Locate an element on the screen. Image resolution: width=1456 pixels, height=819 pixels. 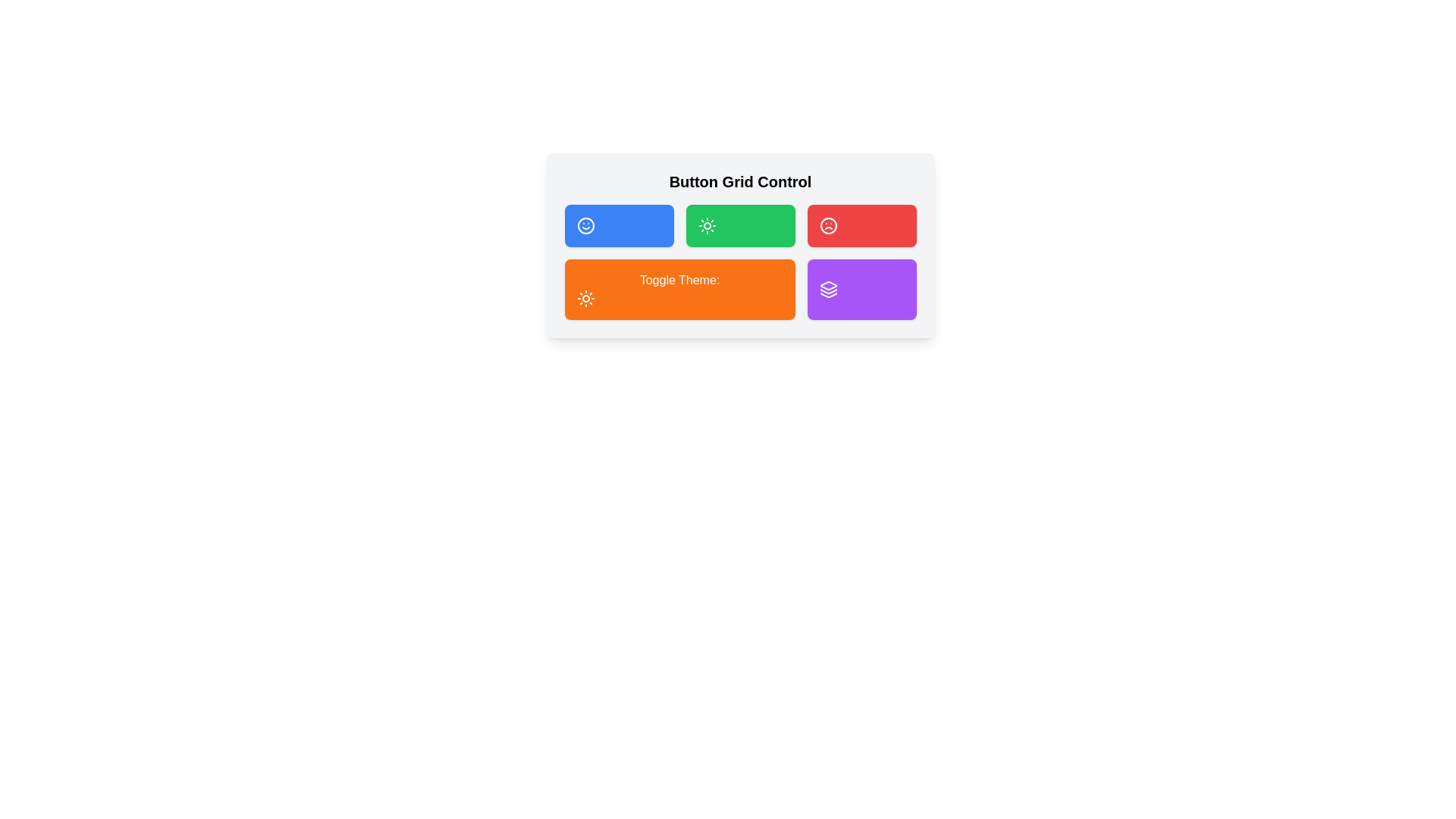
the SVG circle graphic, which is part of a smiling face icon, by clicking nearby for accessibility is located at coordinates (585, 225).